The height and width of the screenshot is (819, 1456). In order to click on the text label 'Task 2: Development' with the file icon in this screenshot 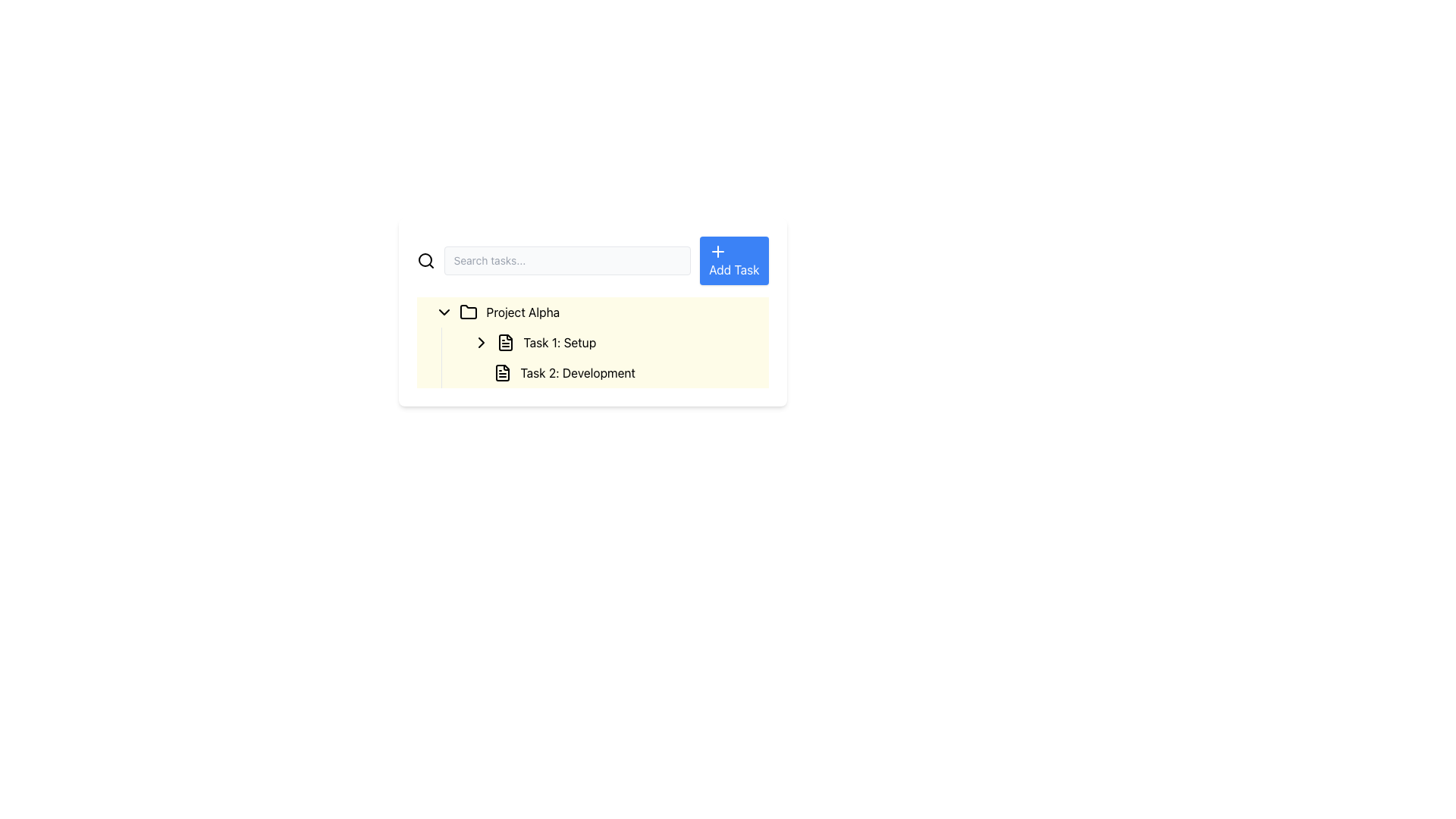, I will do `click(611, 373)`.